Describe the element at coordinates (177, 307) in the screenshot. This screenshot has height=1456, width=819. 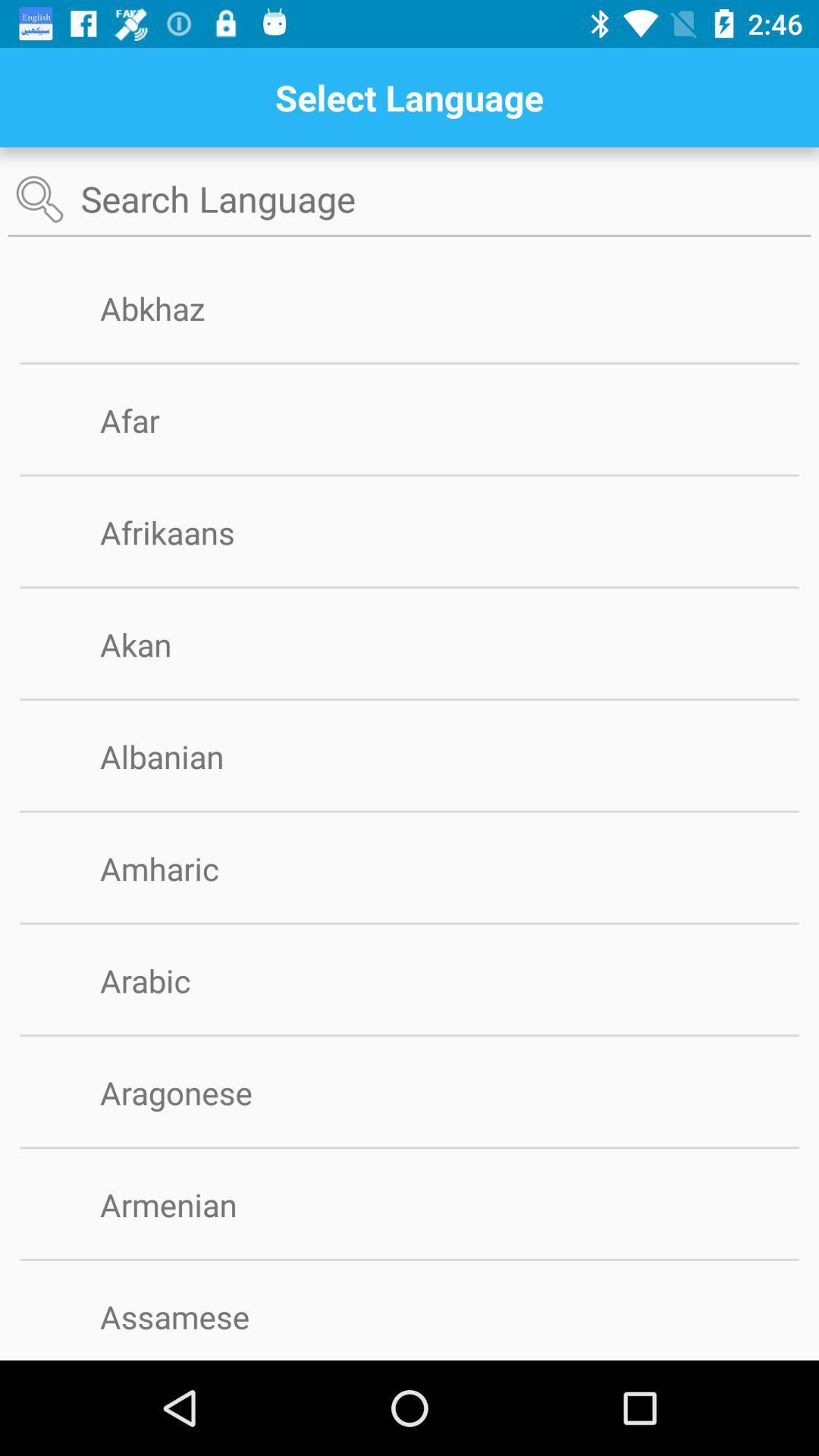
I see `abkhaz` at that location.